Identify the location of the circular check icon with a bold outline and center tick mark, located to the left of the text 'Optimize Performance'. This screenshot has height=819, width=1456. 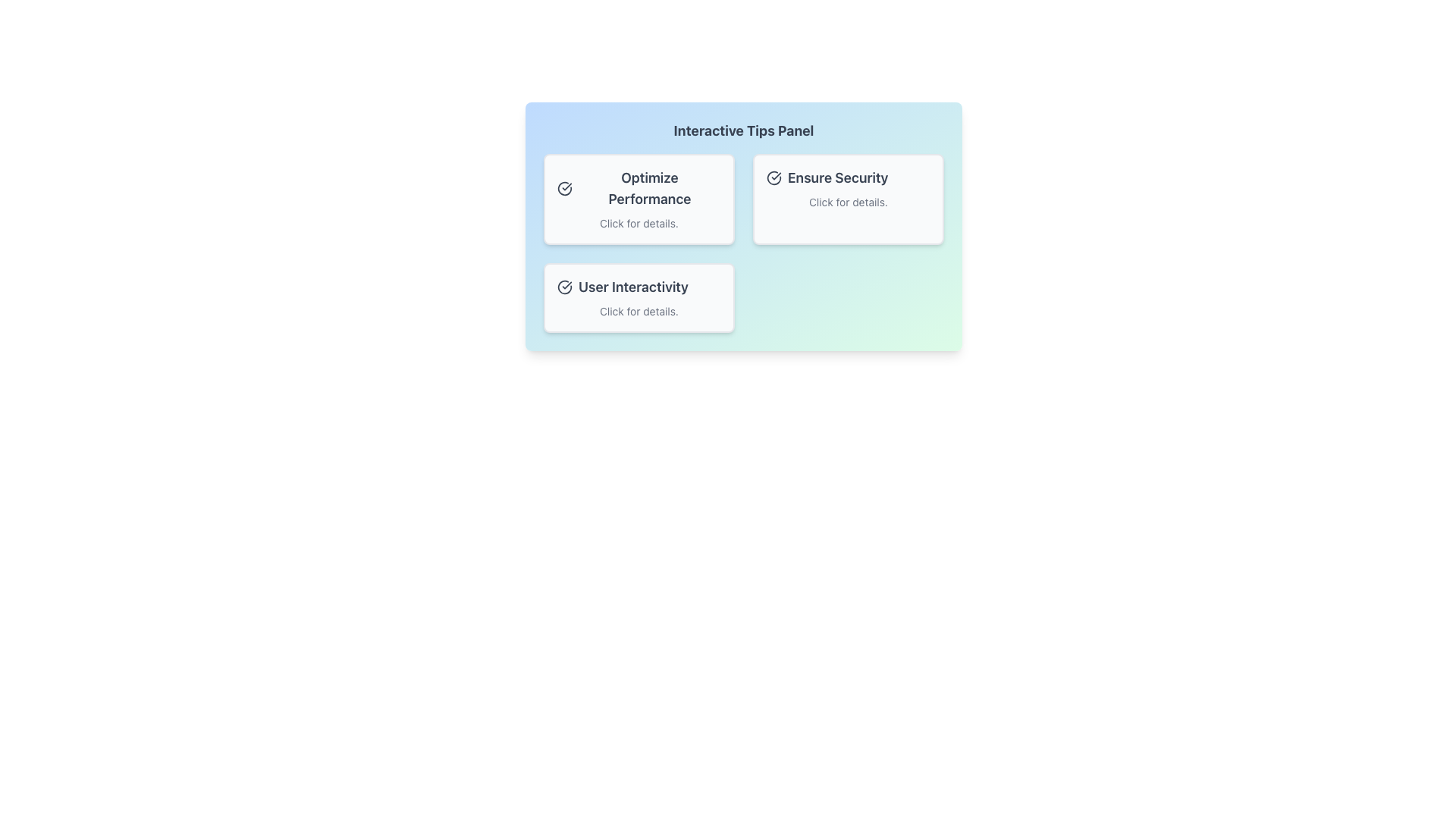
(563, 188).